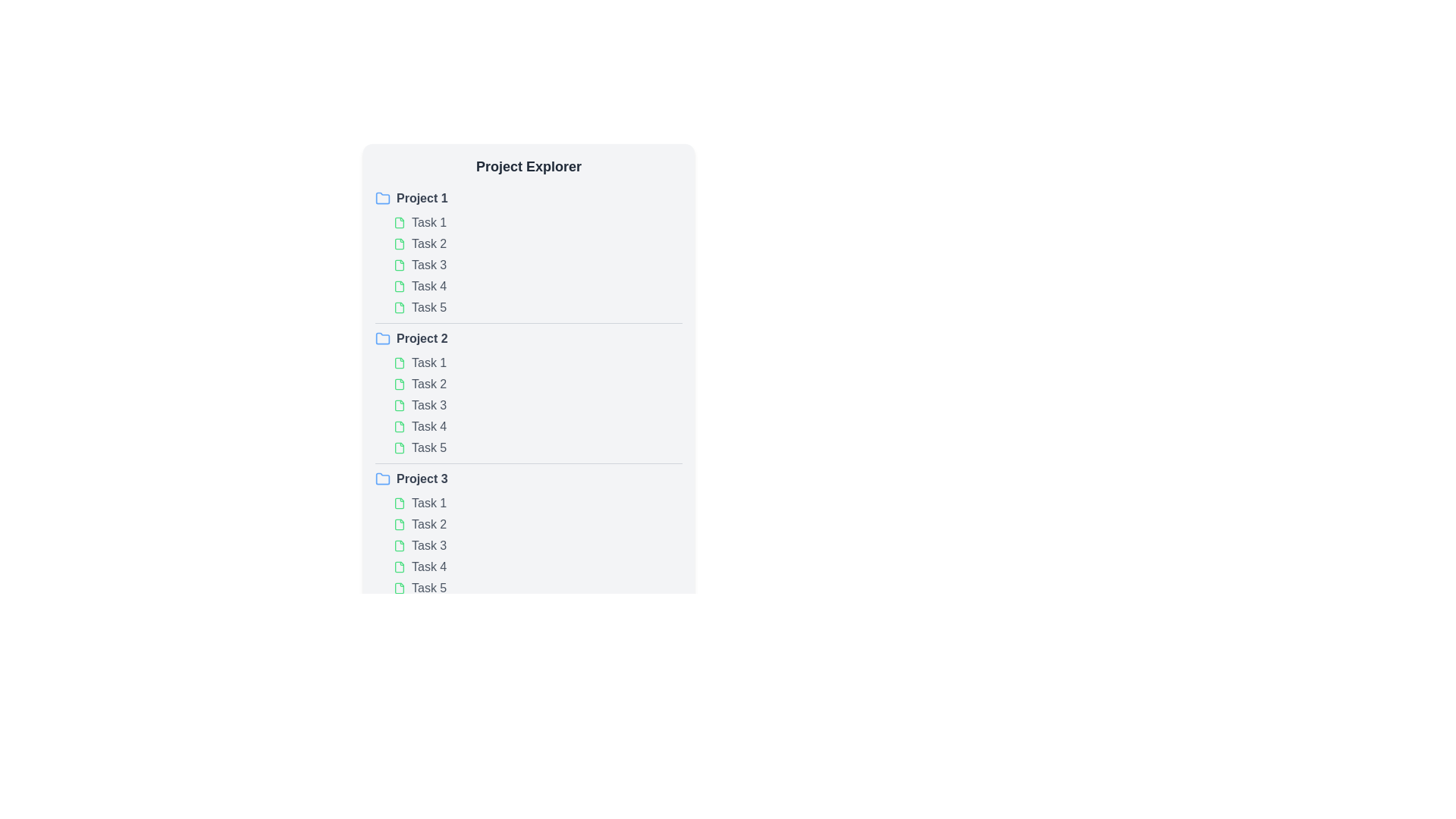 This screenshot has width=1456, height=819. Describe the element at coordinates (400, 405) in the screenshot. I see `the document icon representing 'Task 3' in the Project Explorer` at that location.